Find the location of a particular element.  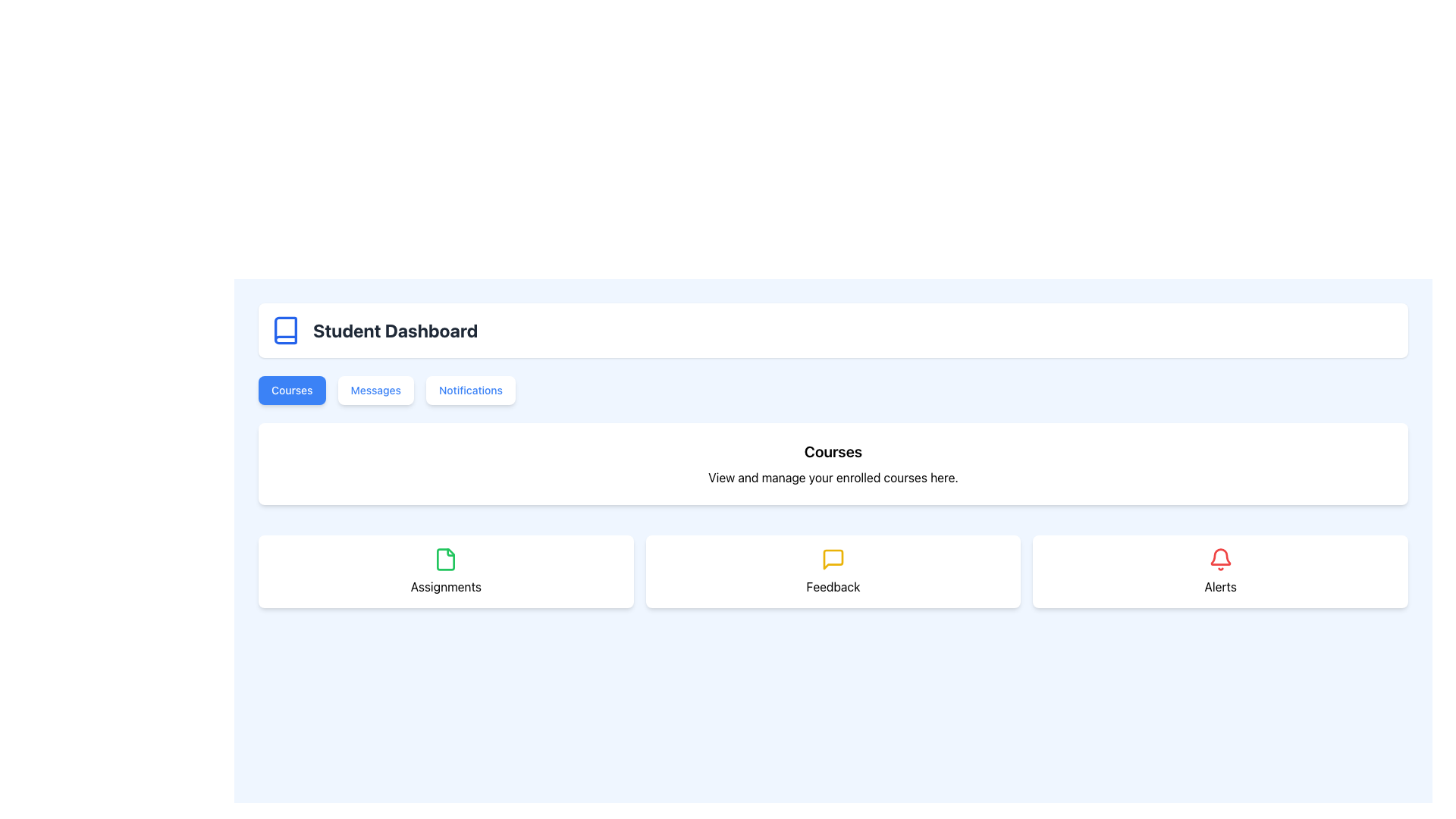

the feedback icon located in the center of the Feedback card in the second row under the Courses section is located at coordinates (833, 559).